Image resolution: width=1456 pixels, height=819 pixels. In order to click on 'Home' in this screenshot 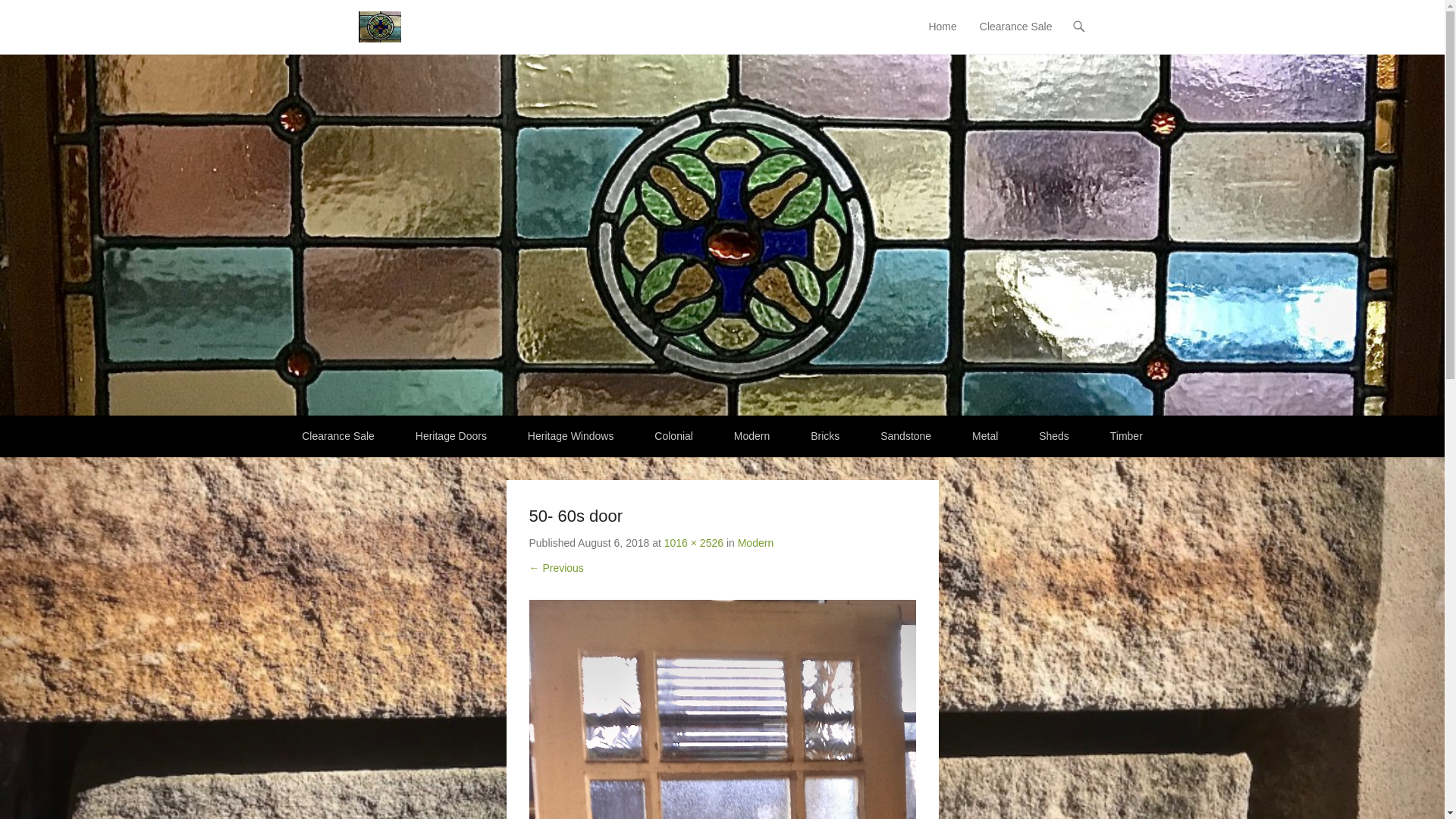, I will do `click(941, 35)`.